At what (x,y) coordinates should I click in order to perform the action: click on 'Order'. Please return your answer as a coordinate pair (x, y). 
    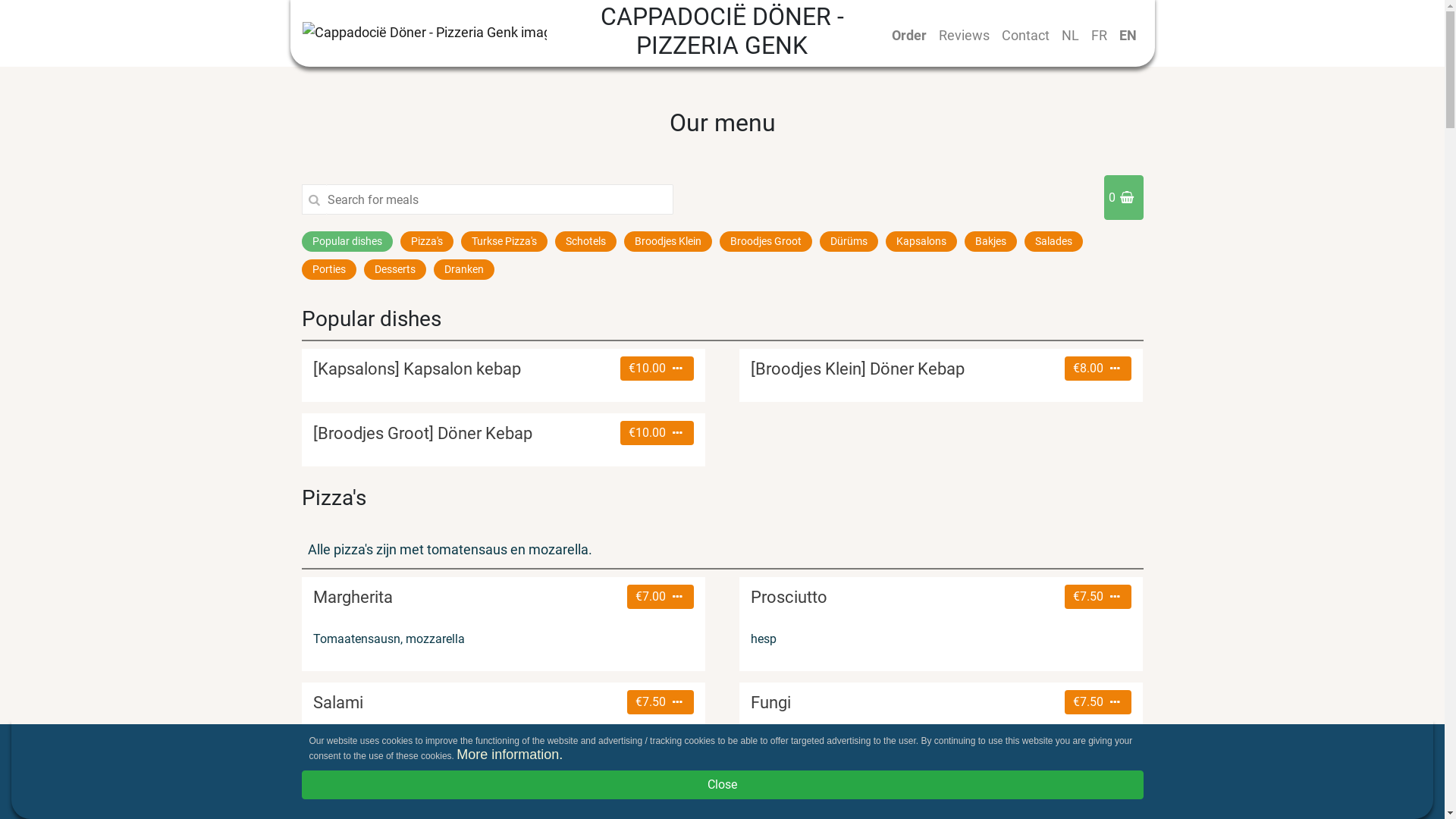
    Looking at the image, I should click on (909, 34).